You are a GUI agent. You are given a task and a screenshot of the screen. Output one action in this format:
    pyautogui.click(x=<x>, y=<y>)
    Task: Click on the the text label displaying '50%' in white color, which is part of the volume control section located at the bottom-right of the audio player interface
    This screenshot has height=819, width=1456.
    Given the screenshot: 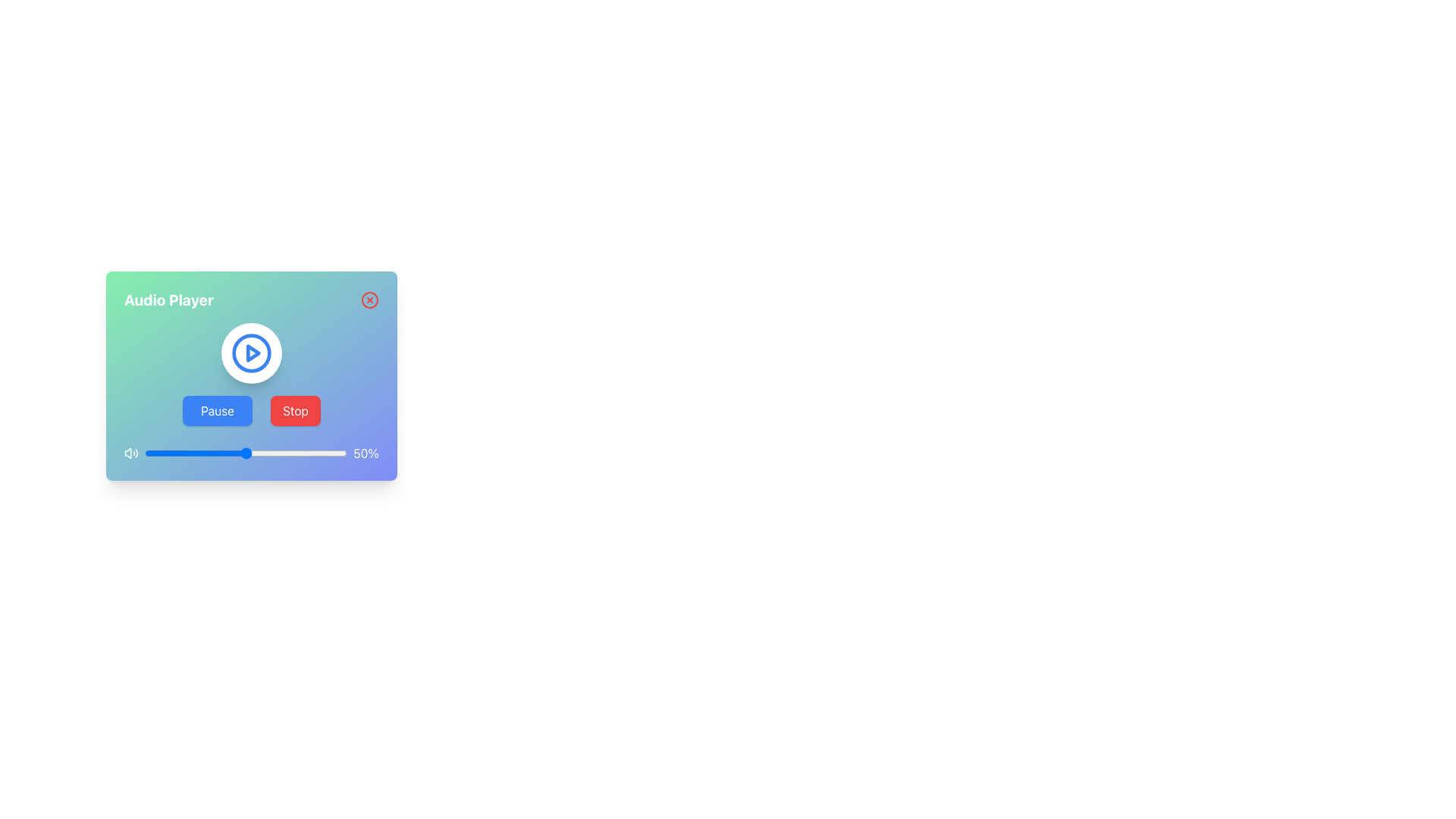 What is the action you would take?
    pyautogui.click(x=366, y=452)
    